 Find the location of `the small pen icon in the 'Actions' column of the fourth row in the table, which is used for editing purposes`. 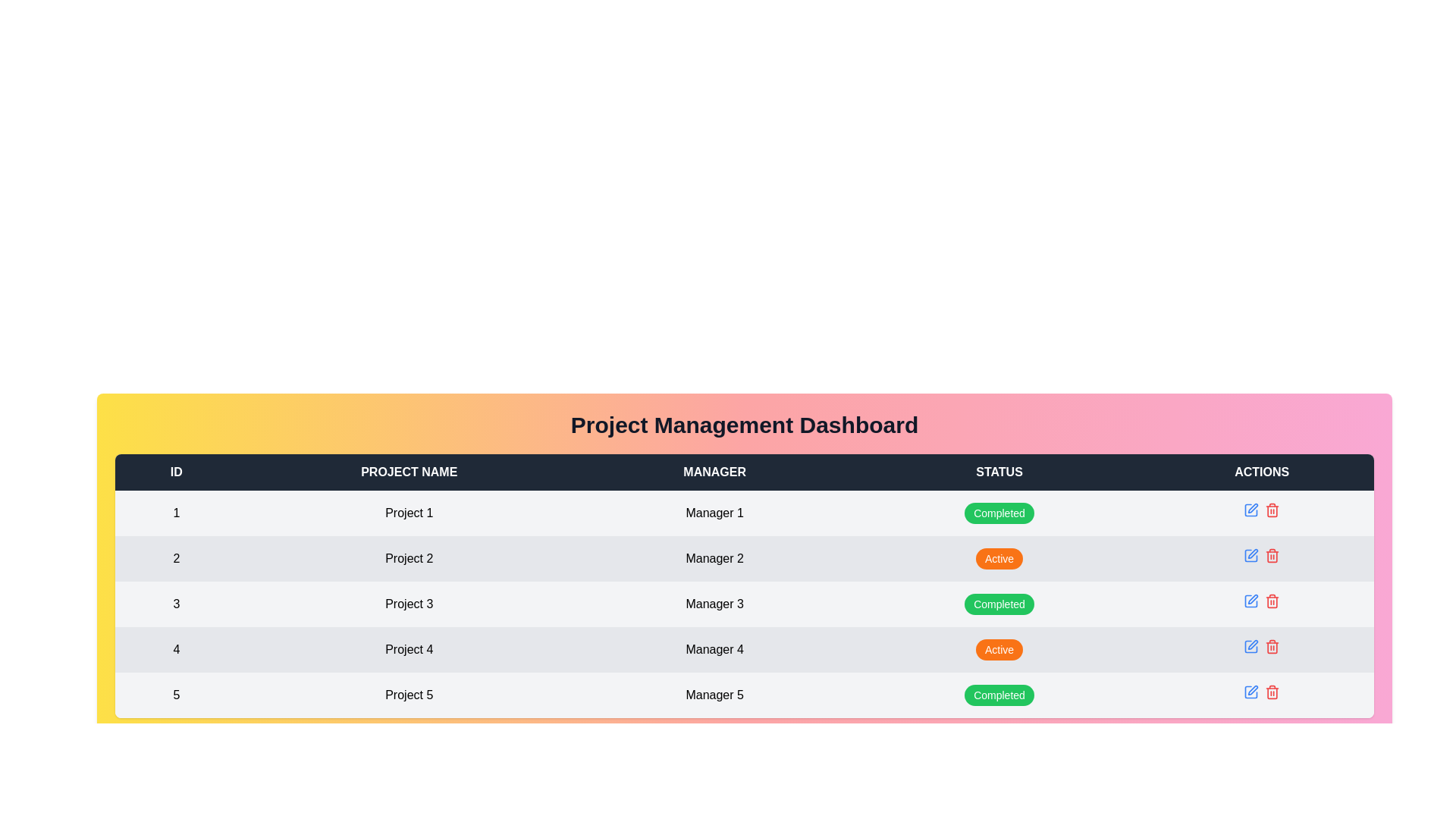

the small pen icon in the 'Actions' column of the fourth row in the table, which is used for editing purposes is located at coordinates (1253, 598).